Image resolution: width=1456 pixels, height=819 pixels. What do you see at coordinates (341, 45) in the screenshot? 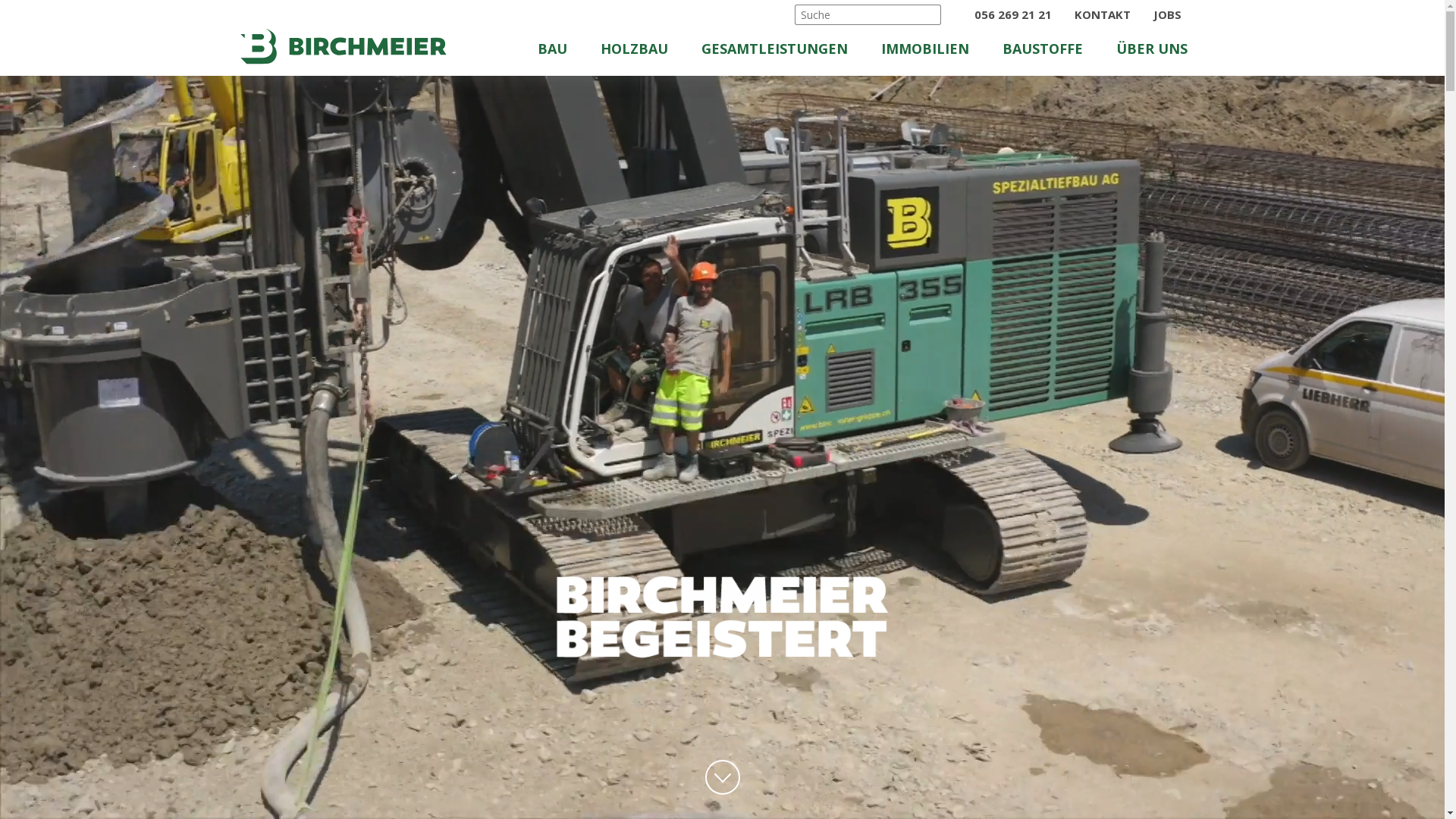
I see `'Home'` at bounding box center [341, 45].